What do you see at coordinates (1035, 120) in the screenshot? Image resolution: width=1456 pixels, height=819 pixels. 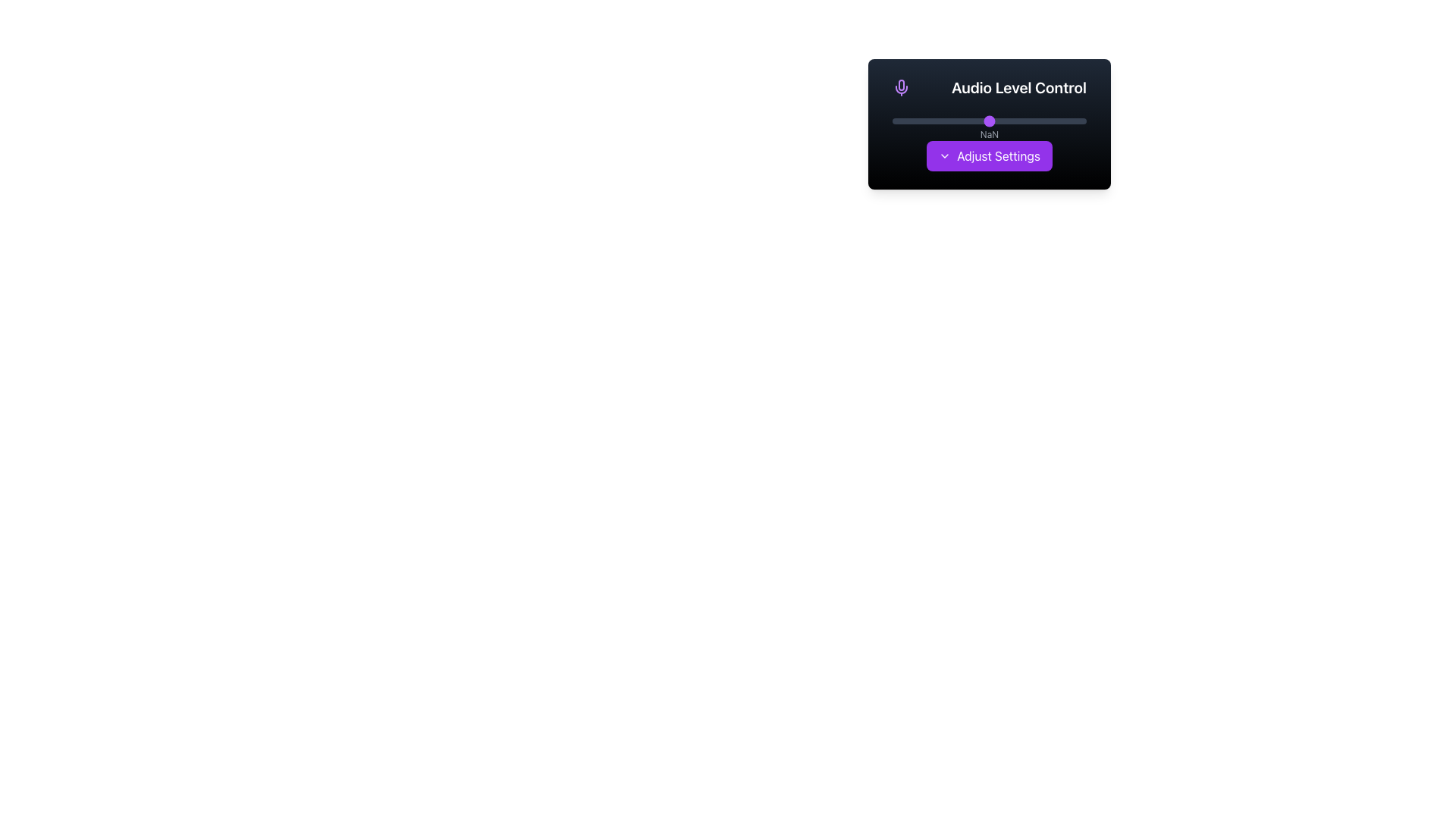 I see `the slider value` at bounding box center [1035, 120].